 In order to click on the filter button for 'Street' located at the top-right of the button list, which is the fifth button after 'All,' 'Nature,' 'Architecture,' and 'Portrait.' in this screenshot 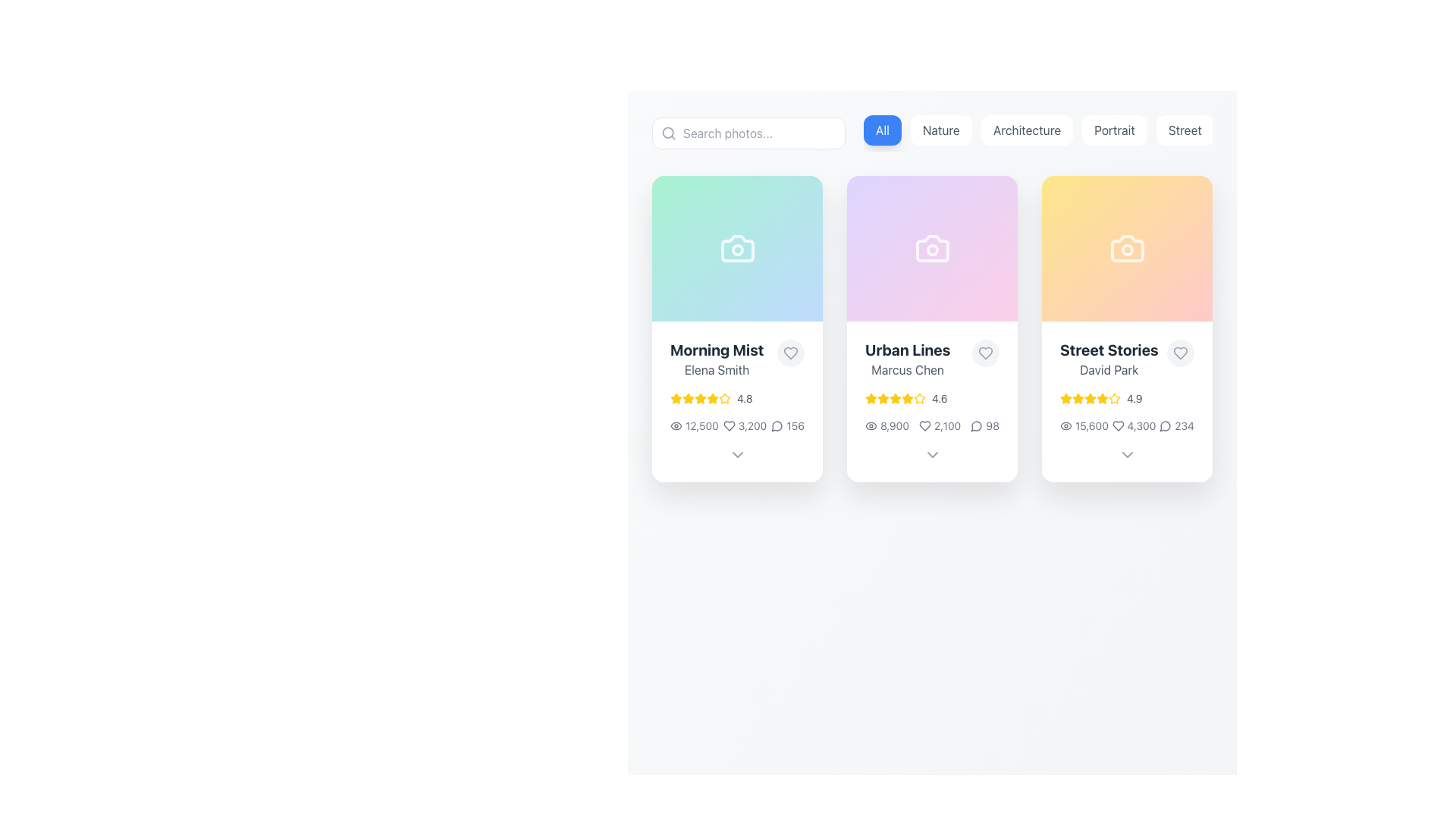, I will do `click(1184, 130)`.